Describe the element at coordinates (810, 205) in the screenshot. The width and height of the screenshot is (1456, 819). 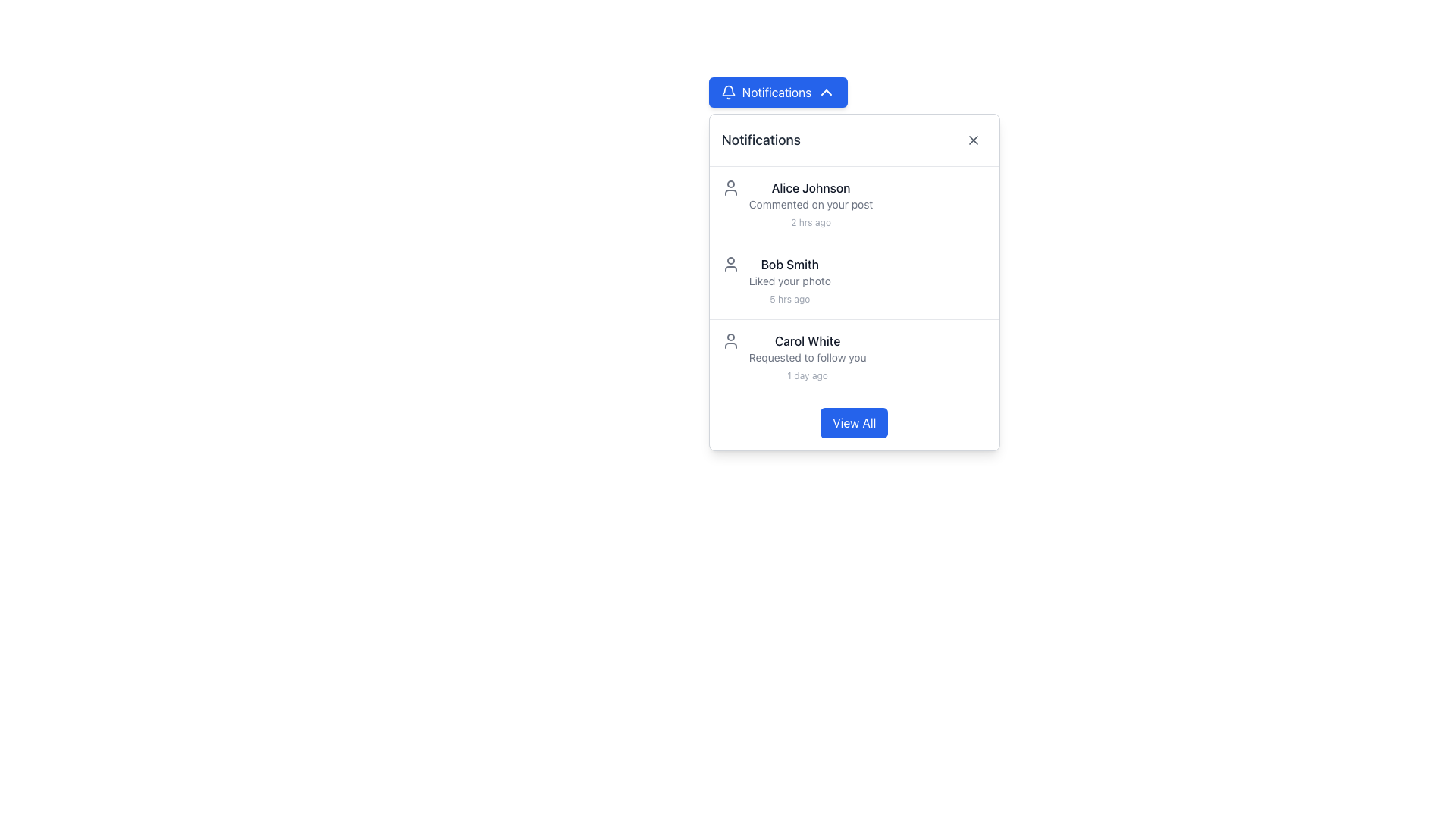
I see `text label stating 'Commented on your post' which is styled in small gray font and is positioned below 'Alice Johnson' in the notifications panel` at that location.